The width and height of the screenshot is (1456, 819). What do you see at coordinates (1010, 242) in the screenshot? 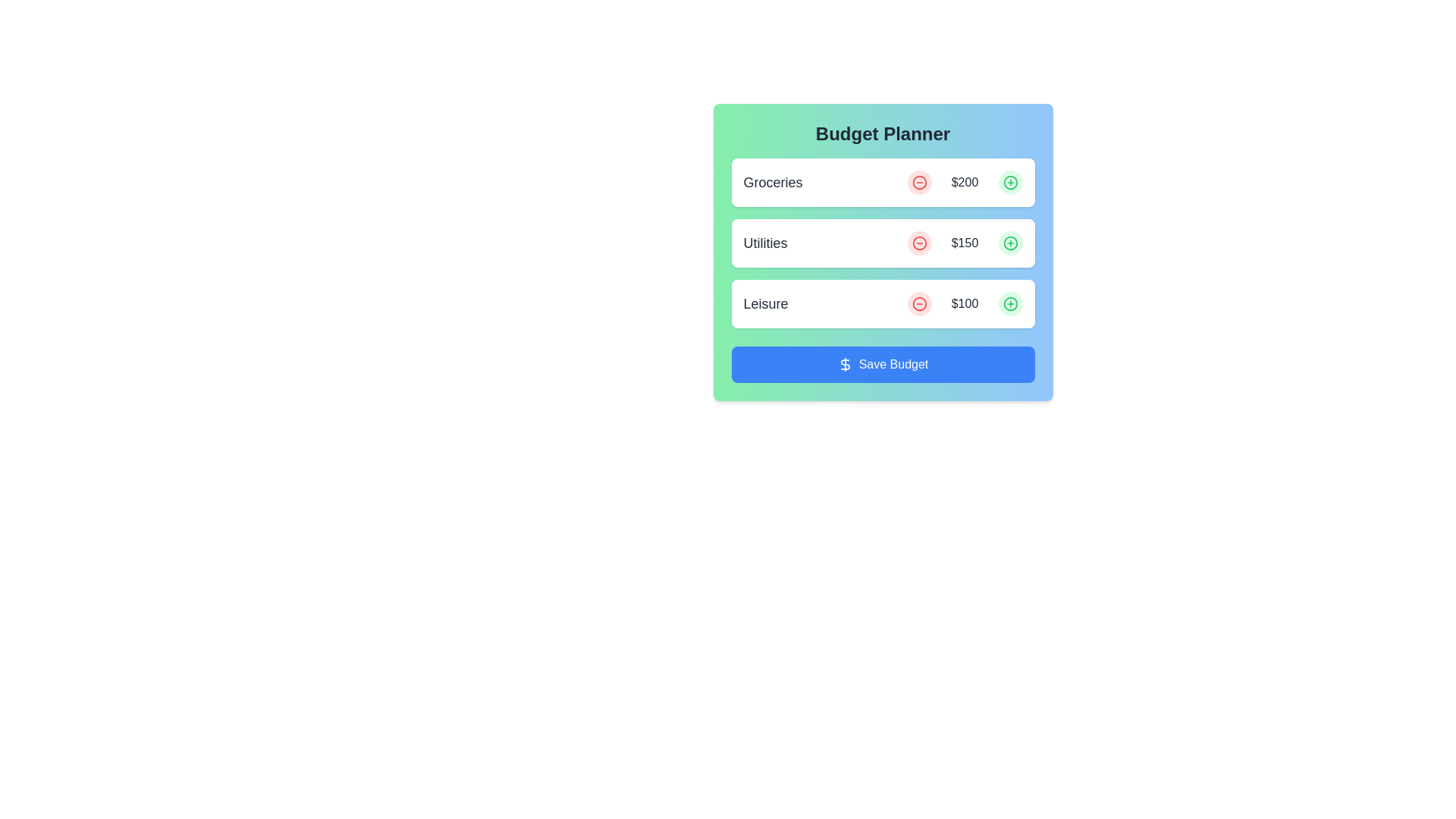
I see `the addition button in the 'Budget Planner' card, located to the right of the 'Utilities' label and the amount value '$150'` at bounding box center [1010, 242].